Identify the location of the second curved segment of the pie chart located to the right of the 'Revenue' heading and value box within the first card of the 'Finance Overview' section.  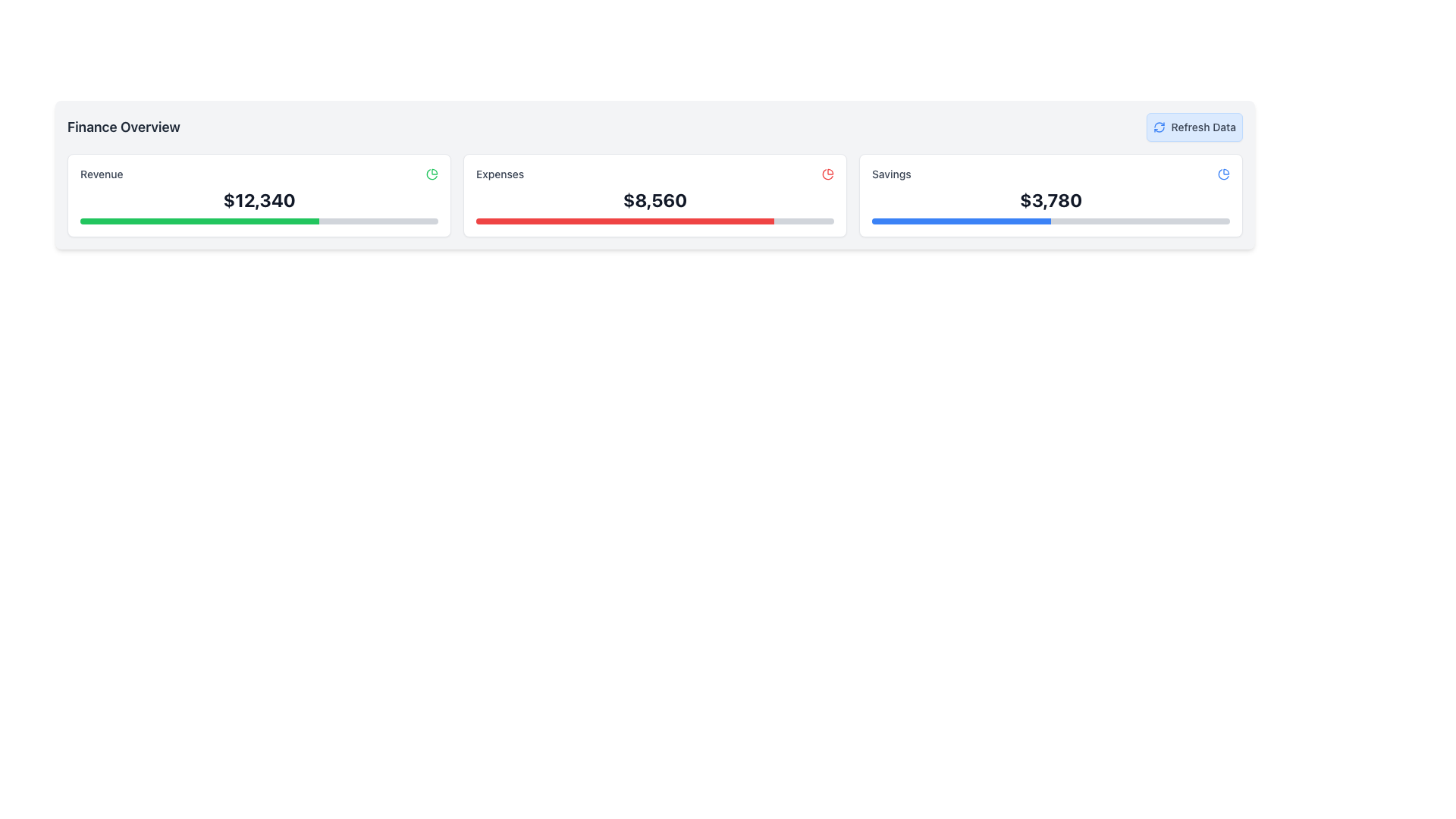
(431, 174).